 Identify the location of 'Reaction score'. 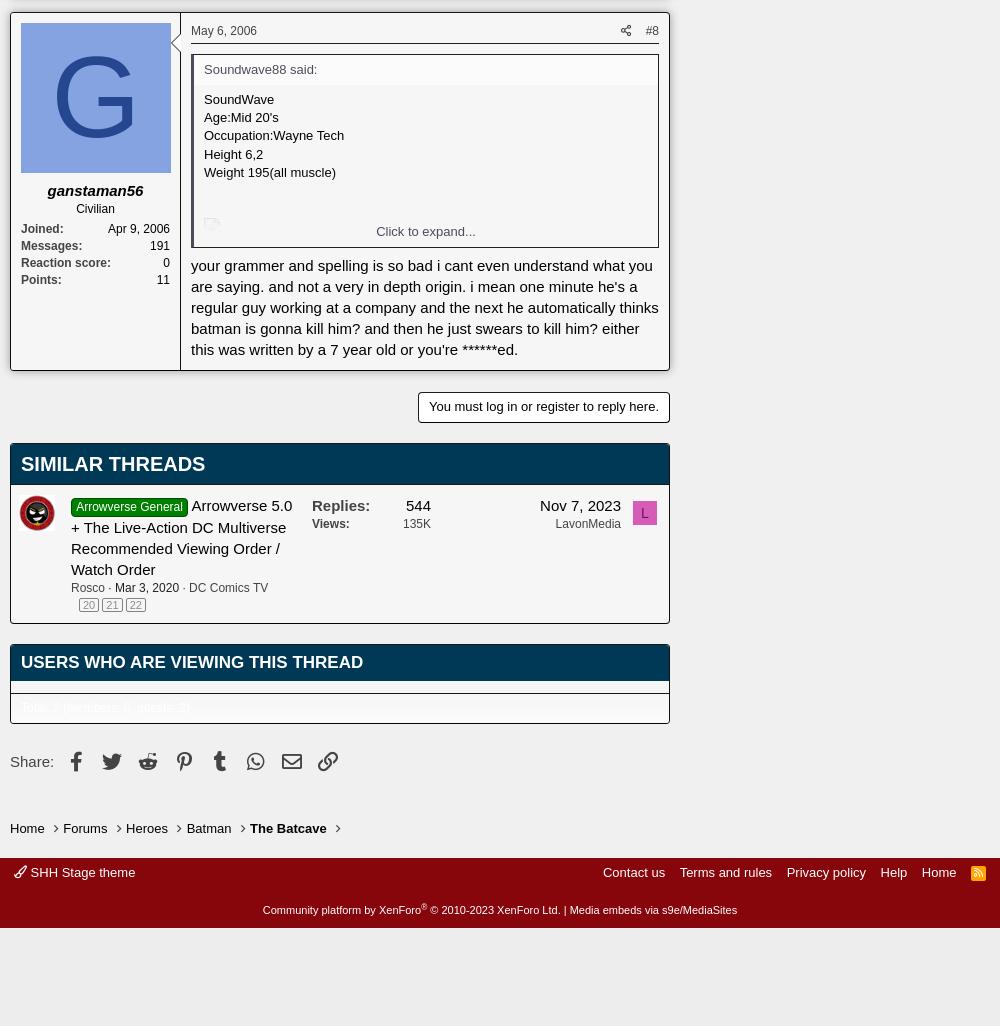
(63, 261).